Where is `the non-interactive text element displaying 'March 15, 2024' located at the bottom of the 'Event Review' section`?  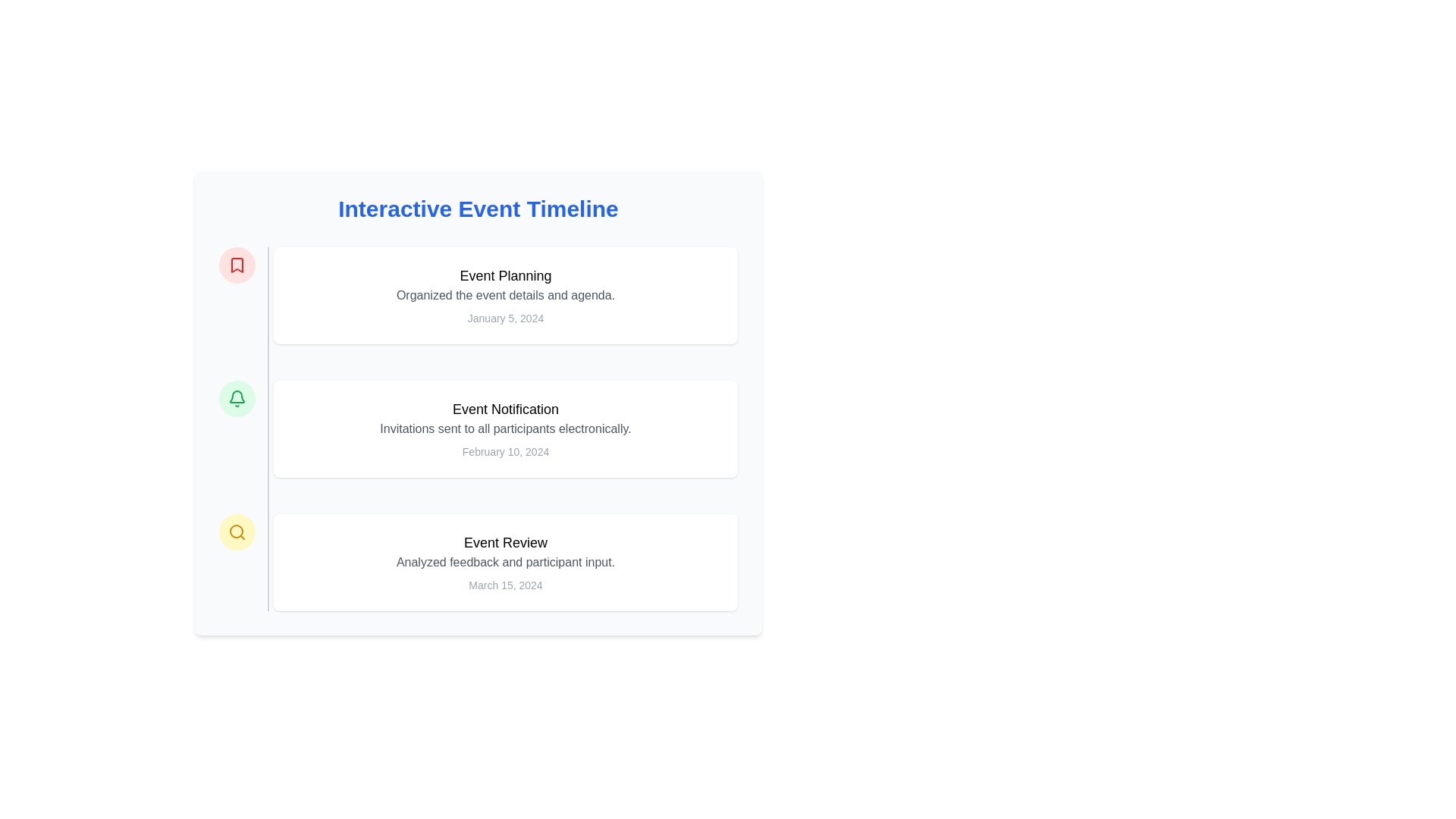
the non-interactive text element displaying 'March 15, 2024' located at the bottom of the 'Event Review' section is located at coordinates (506, 584).